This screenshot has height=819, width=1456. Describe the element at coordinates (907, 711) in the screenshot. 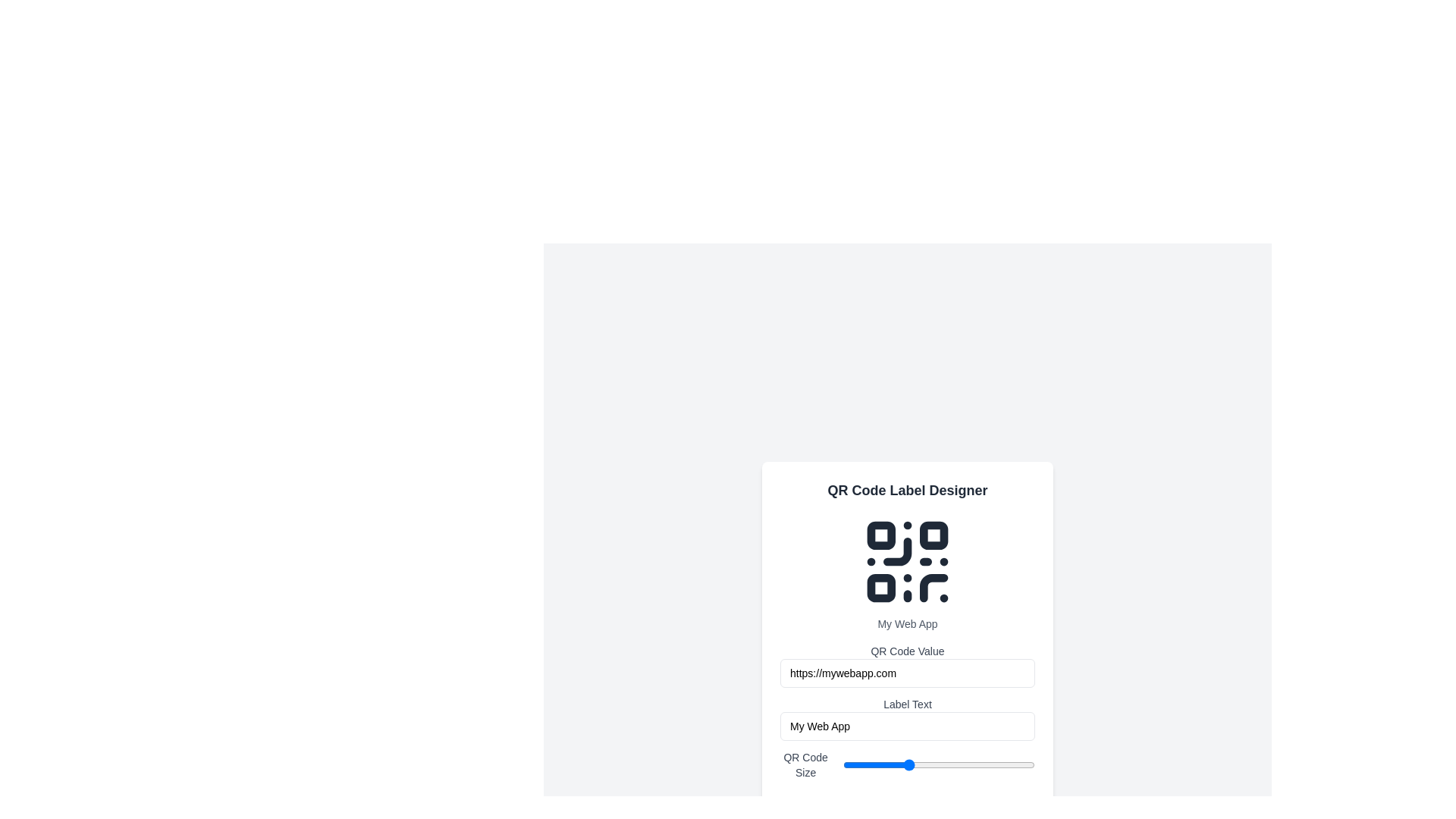

I see `the Text label that serves as a subtitle for the QR Code Value input field, located directly above 'My Web App'` at that location.